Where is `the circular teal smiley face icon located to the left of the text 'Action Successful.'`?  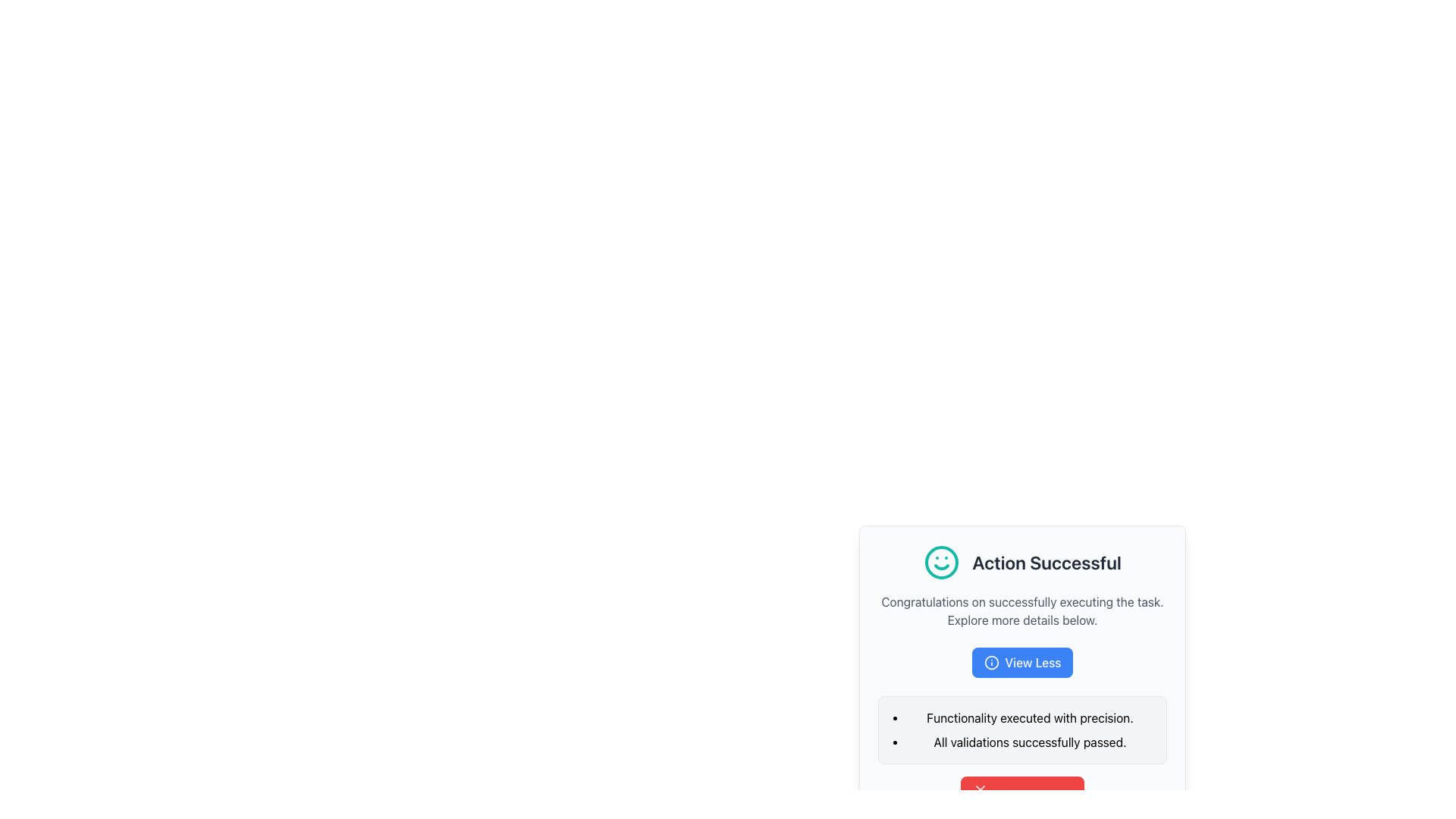 the circular teal smiley face icon located to the left of the text 'Action Successful.' is located at coordinates (941, 562).